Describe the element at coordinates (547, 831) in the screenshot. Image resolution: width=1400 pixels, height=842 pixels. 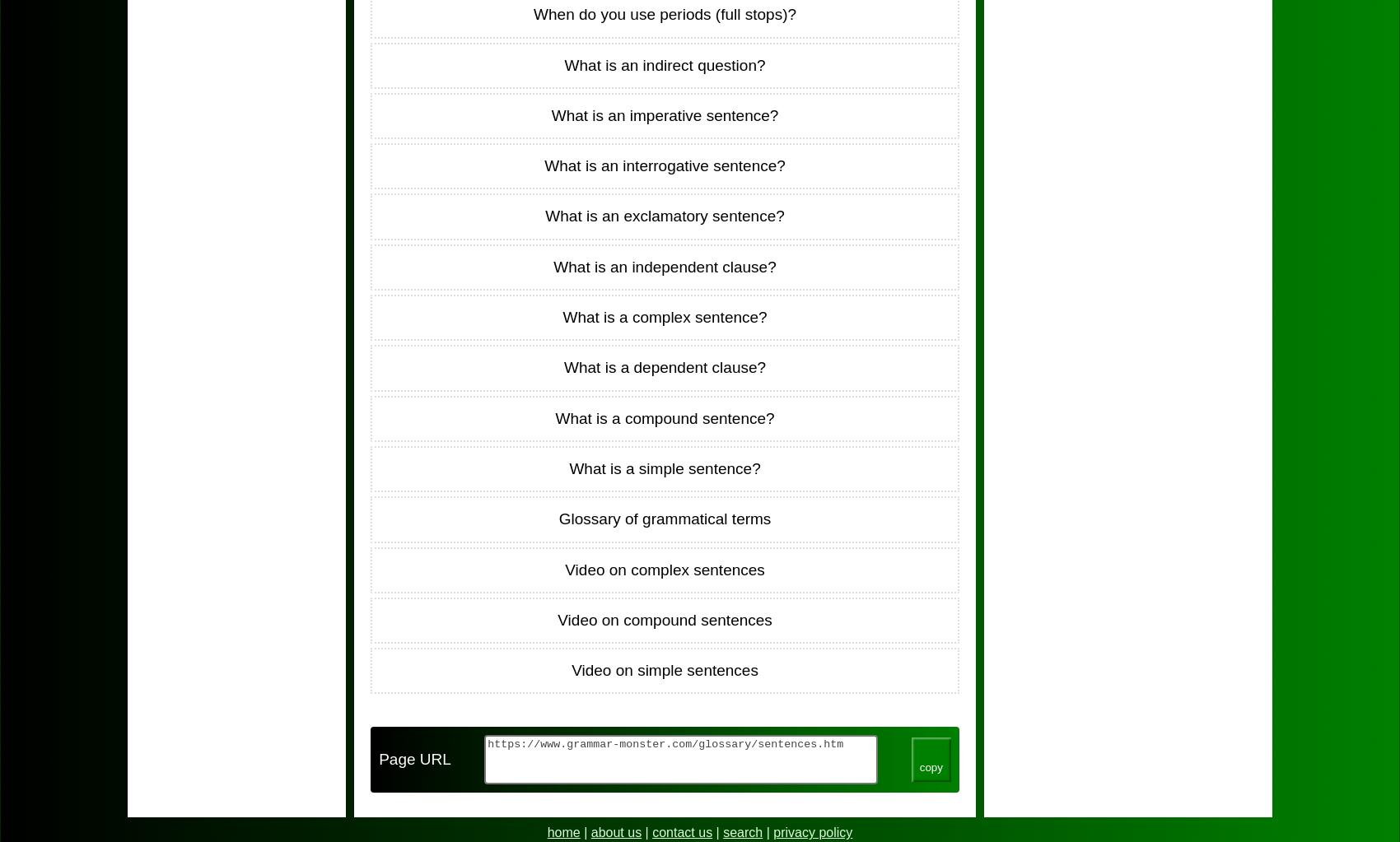
I see `'home'` at that location.